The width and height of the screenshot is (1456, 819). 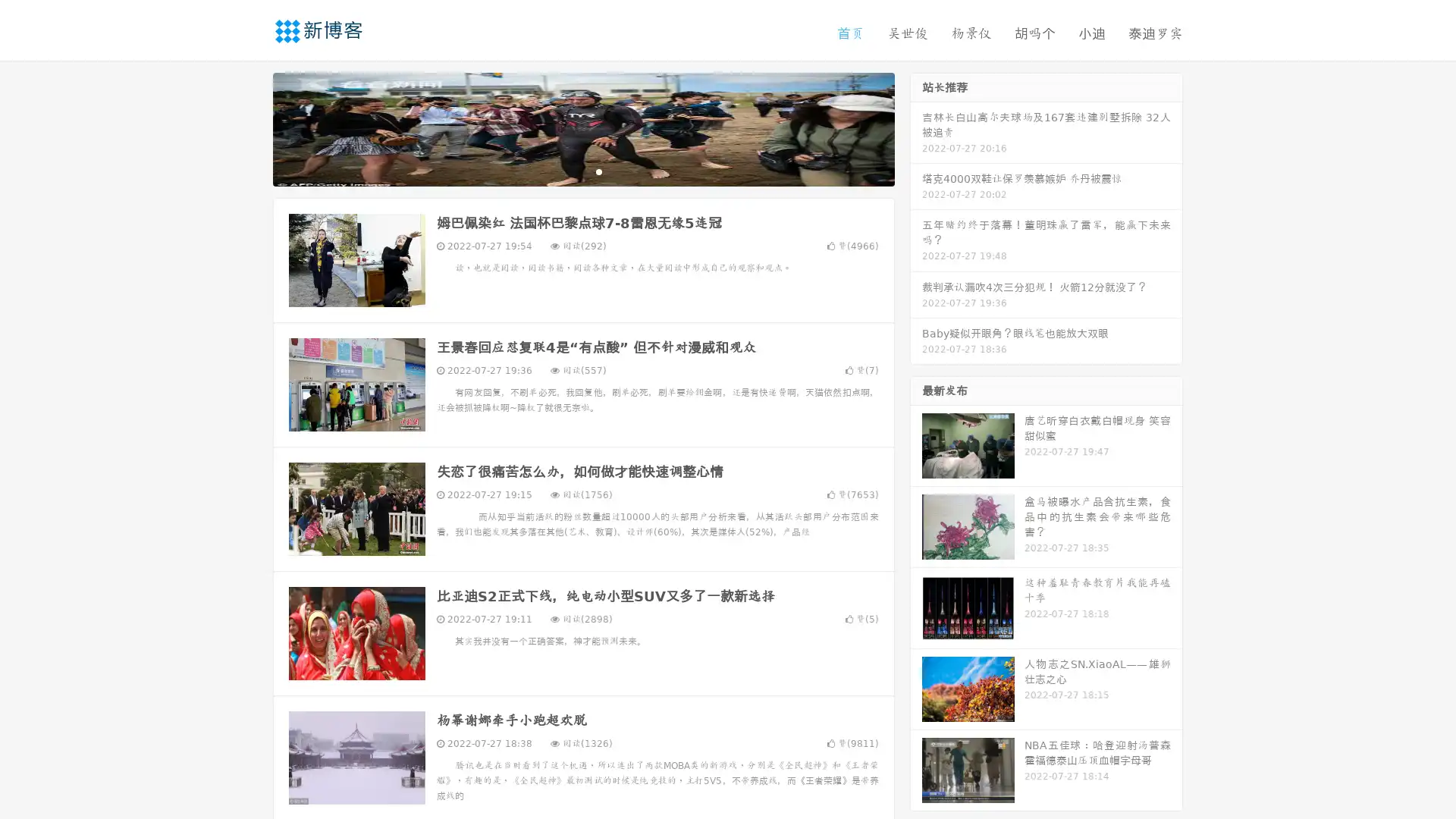 What do you see at coordinates (250, 127) in the screenshot?
I see `Previous slide` at bounding box center [250, 127].